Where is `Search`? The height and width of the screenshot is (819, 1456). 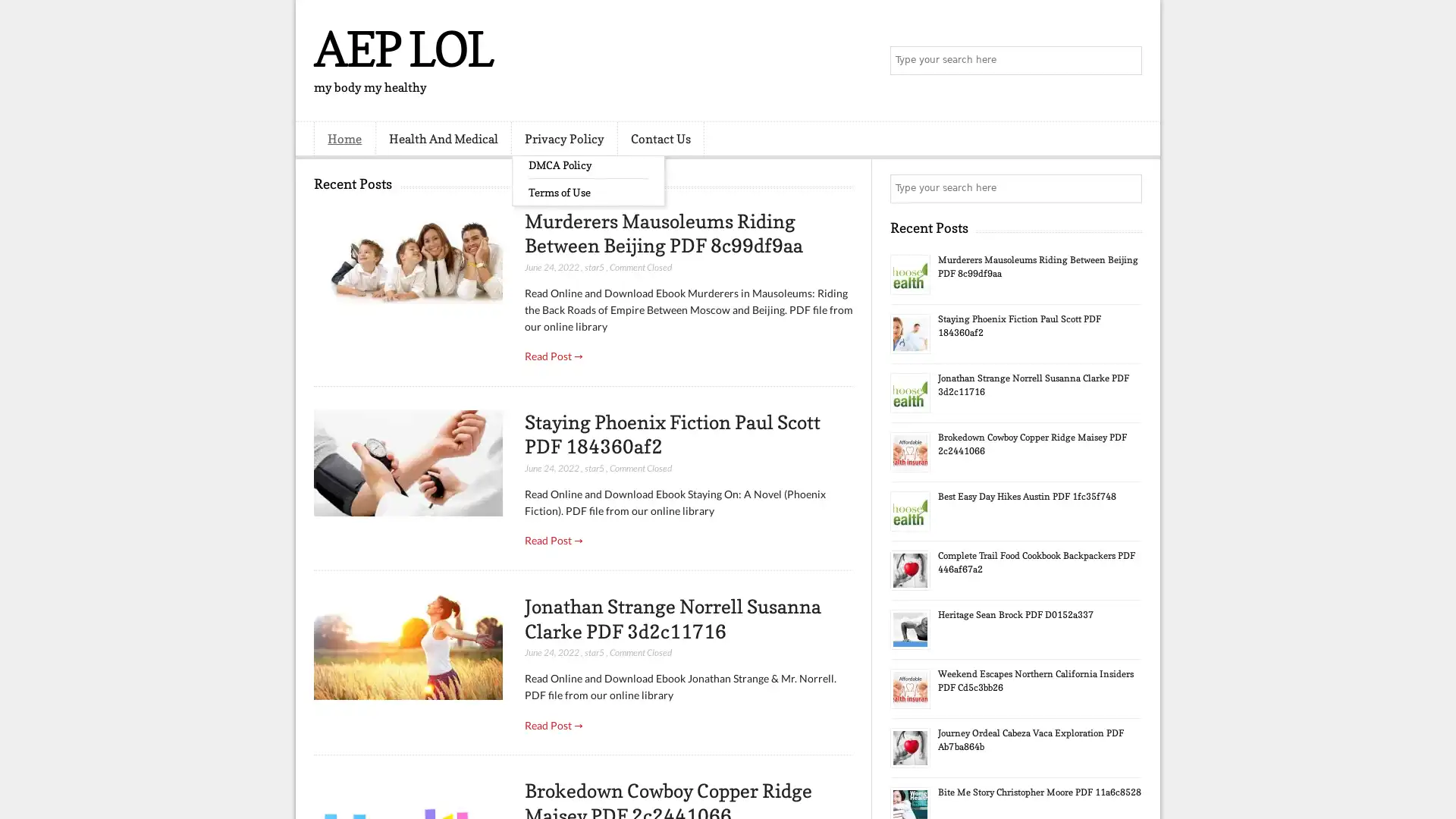 Search is located at coordinates (1126, 188).